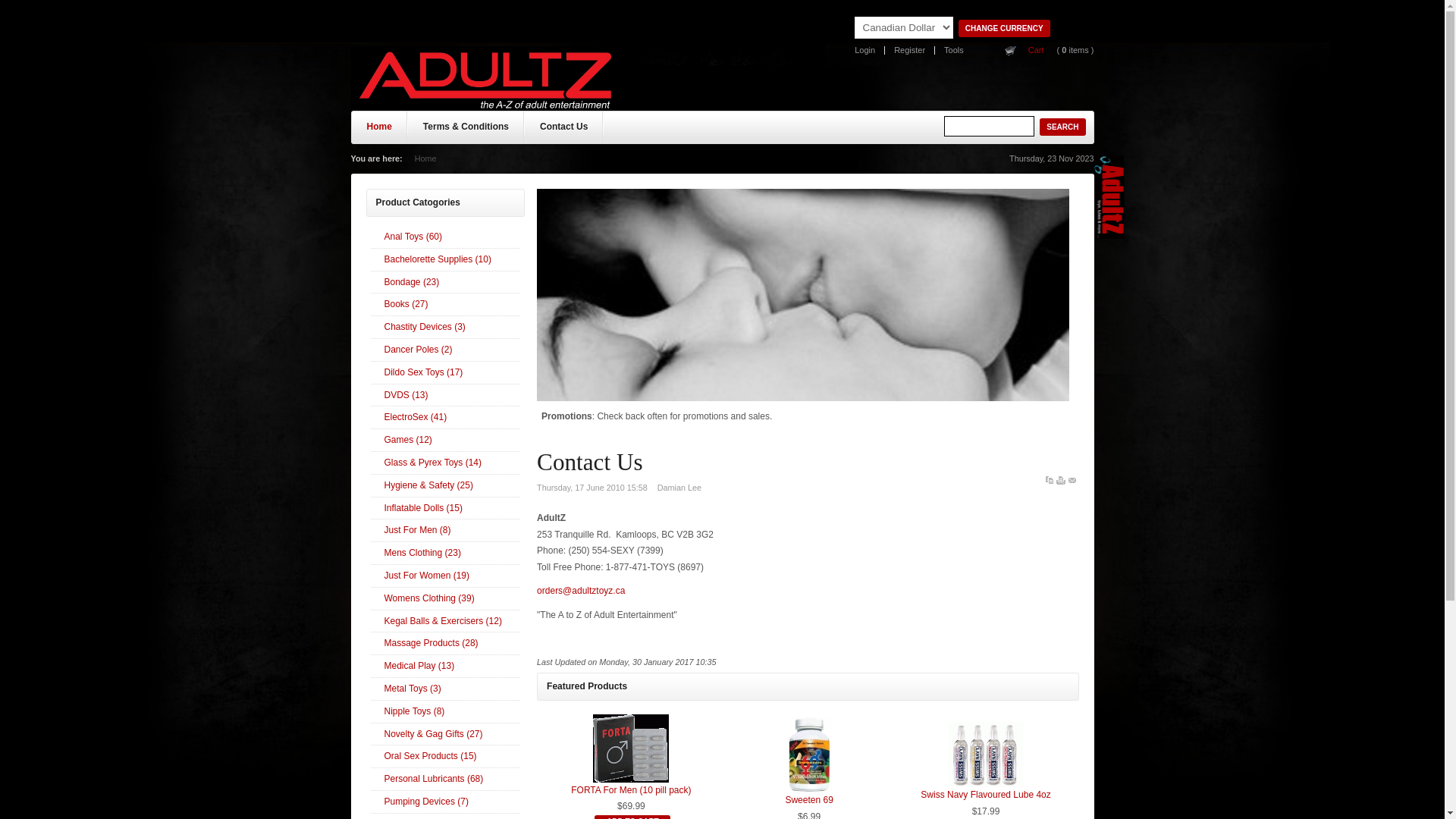 The image size is (1456, 819). What do you see at coordinates (1035, 49) in the screenshot?
I see `'Cart'` at bounding box center [1035, 49].